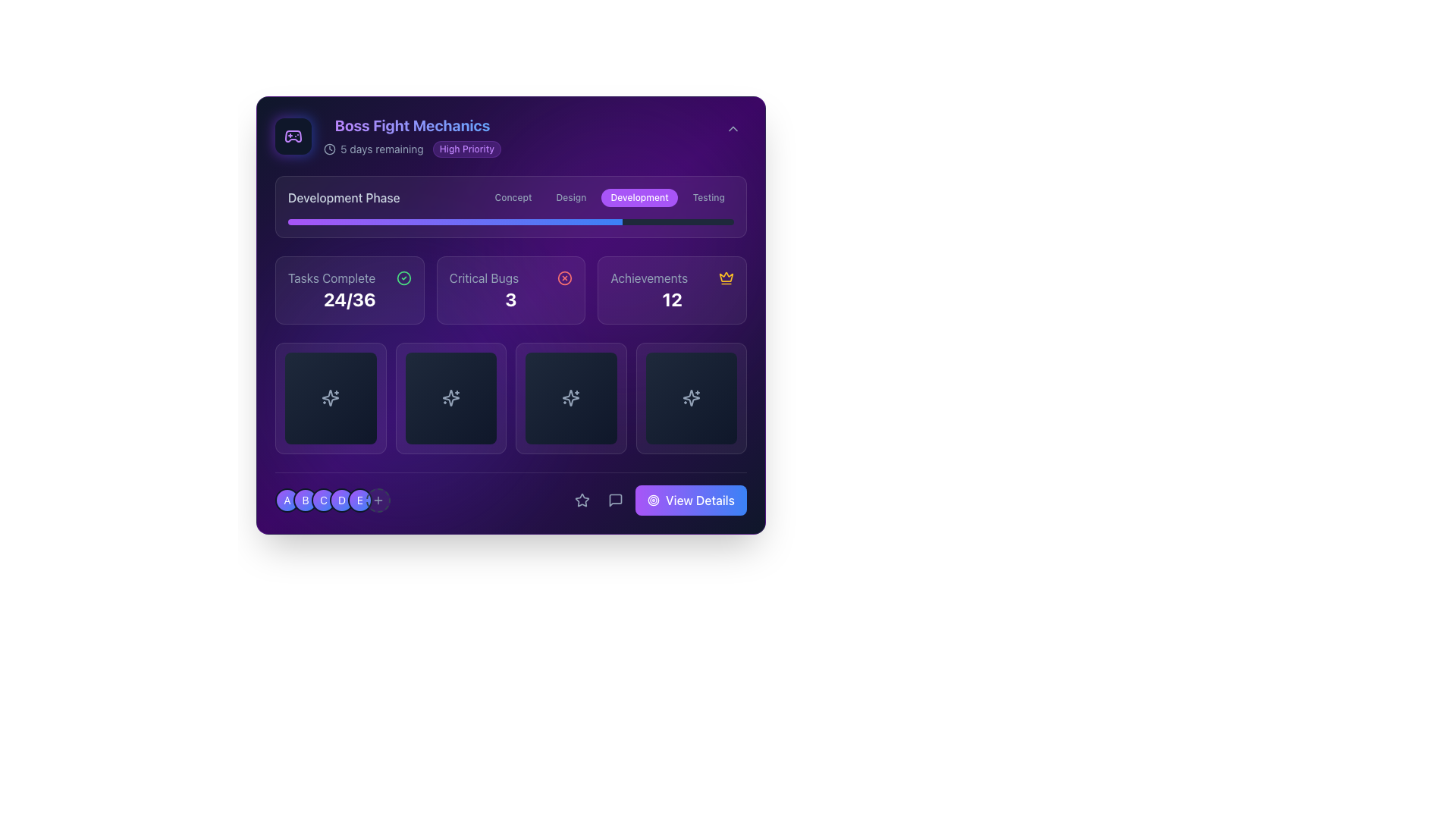 This screenshot has height=819, width=1456. Describe the element at coordinates (726, 277) in the screenshot. I see `the crown icon located in the 'Achievements' section, positioned to the right of the number 12, for information regarding achievements` at that location.